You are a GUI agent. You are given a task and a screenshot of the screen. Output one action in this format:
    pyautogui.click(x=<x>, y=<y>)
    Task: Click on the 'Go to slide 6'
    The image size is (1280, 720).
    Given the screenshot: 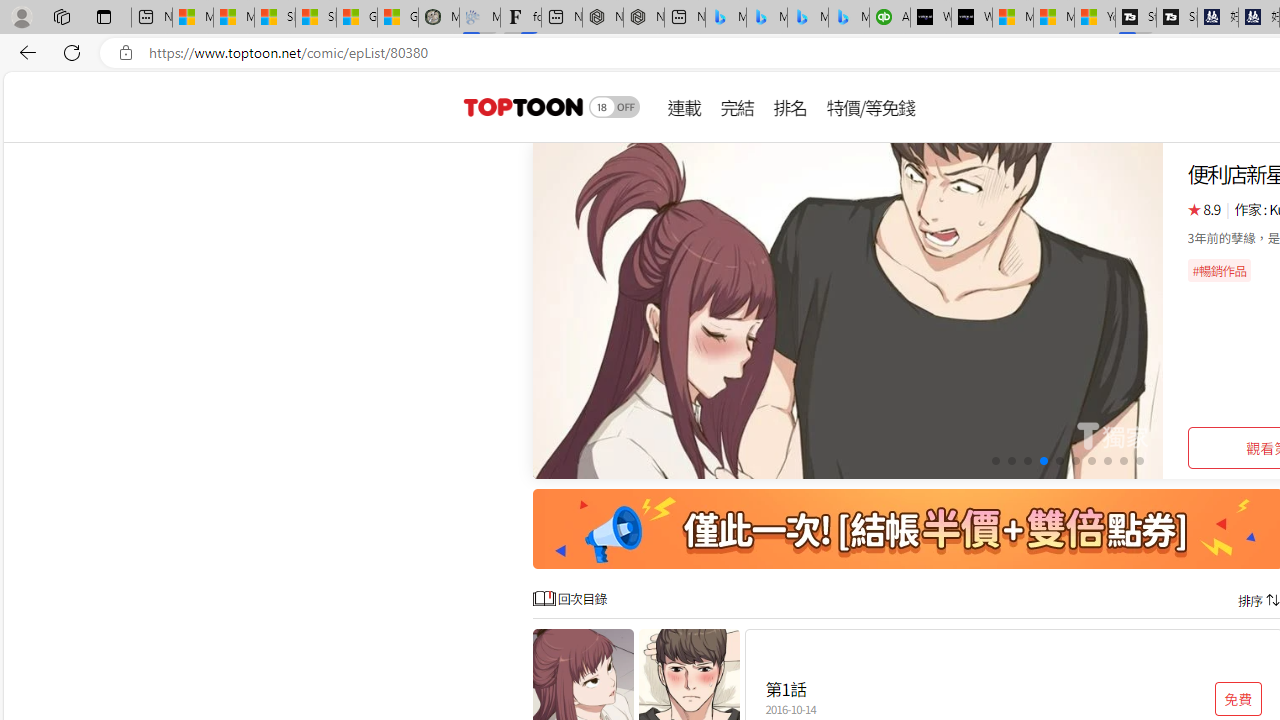 What is the action you would take?
    pyautogui.click(x=1074, y=461)
    